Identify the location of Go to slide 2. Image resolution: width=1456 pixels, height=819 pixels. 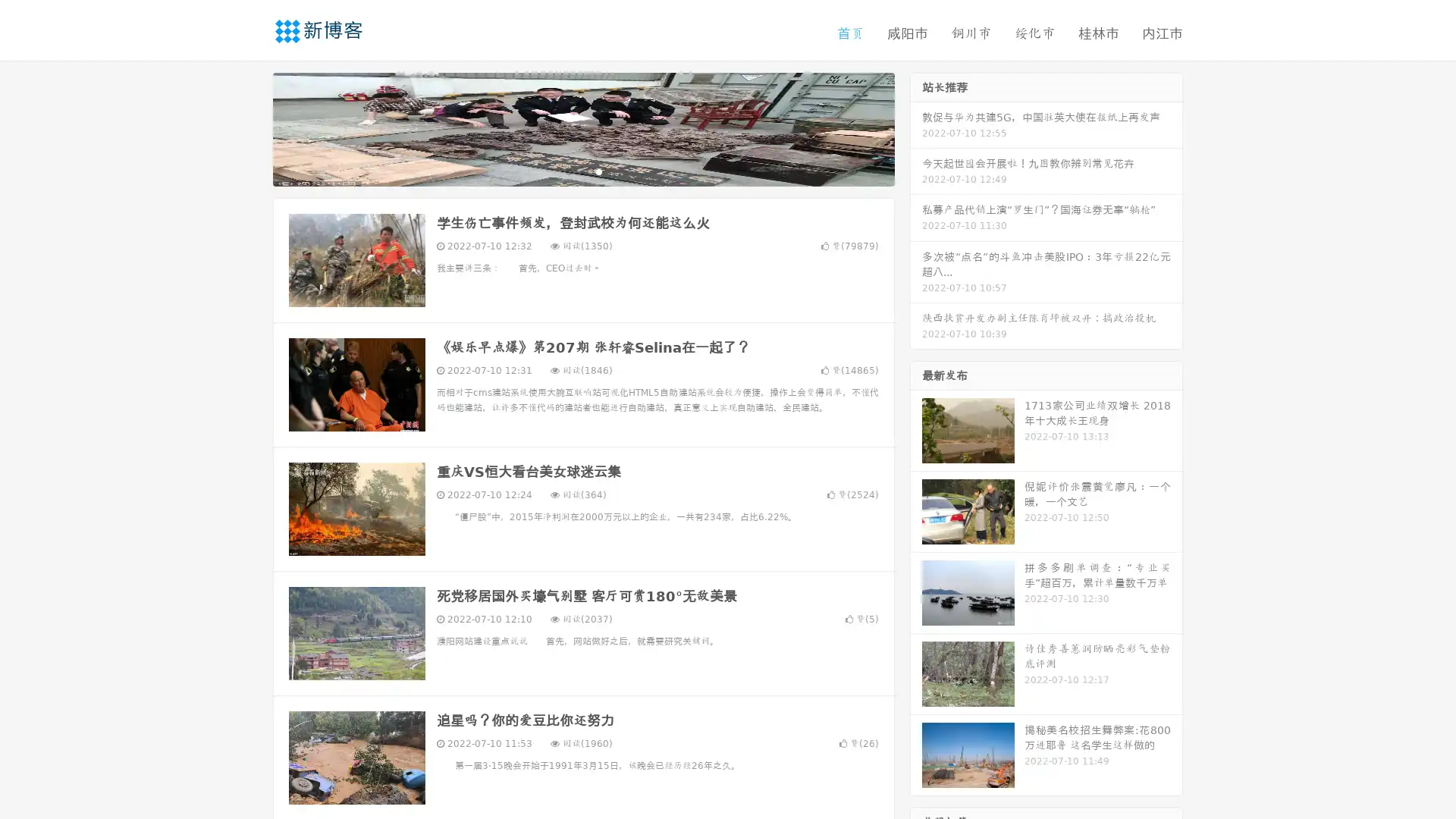
(582, 171).